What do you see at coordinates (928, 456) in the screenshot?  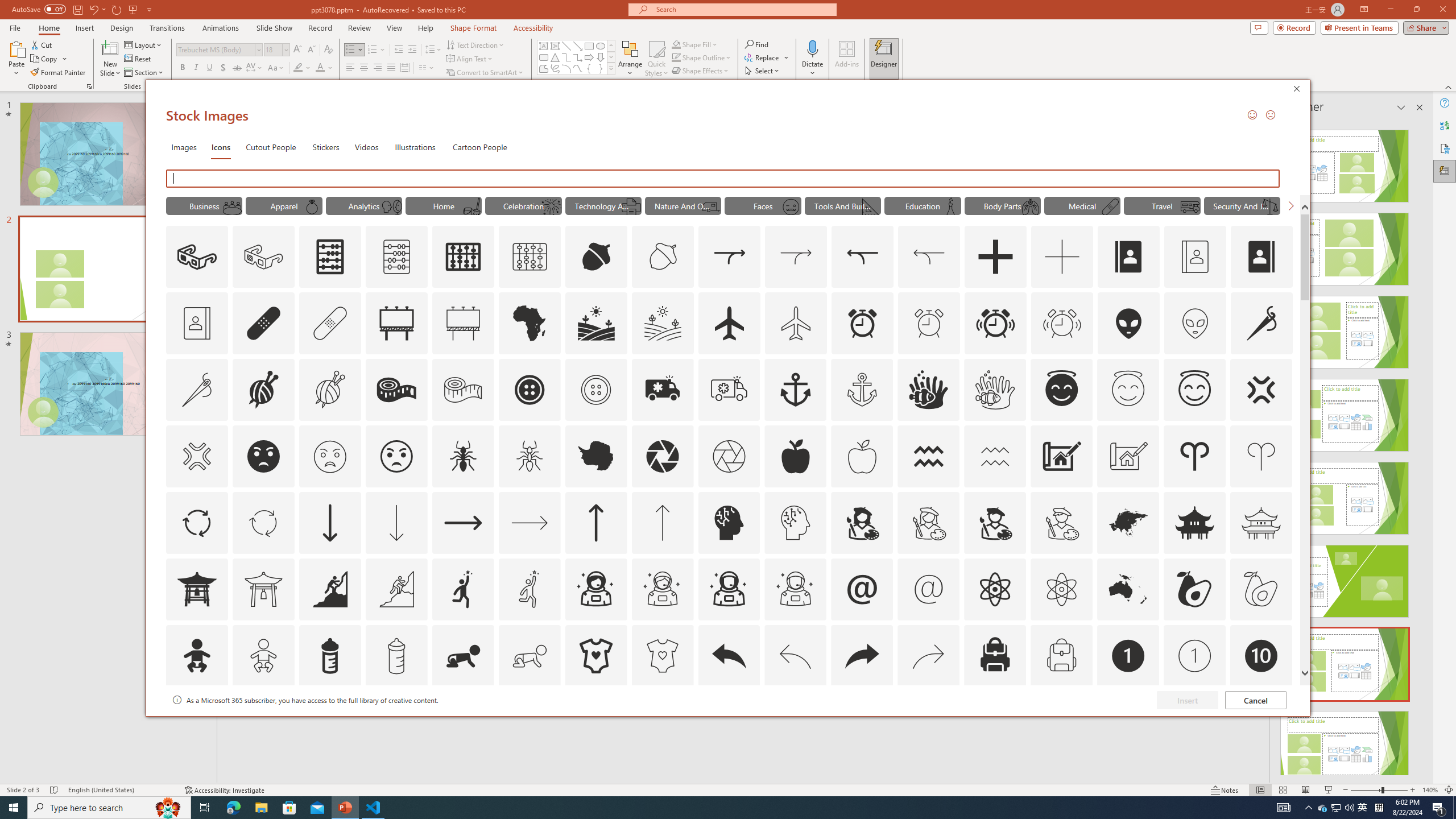 I see `'AutomationID: Icons_Aquarius'` at bounding box center [928, 456].